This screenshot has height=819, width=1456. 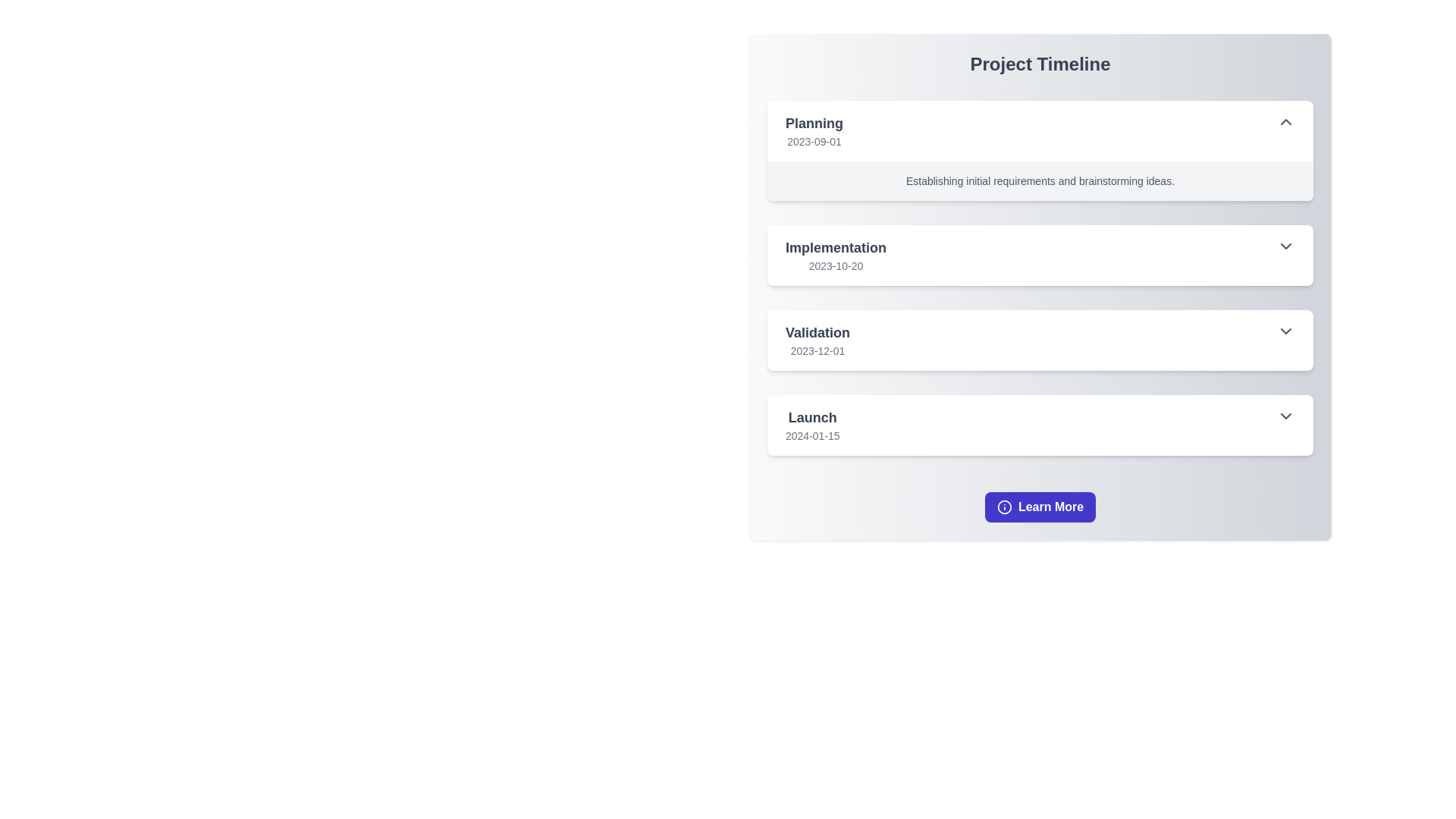 I want to click on the informational Text label displaying the date for the 'Implementation' phase located in the second section of the 'Project Timeline', so click(x=835, y=265).